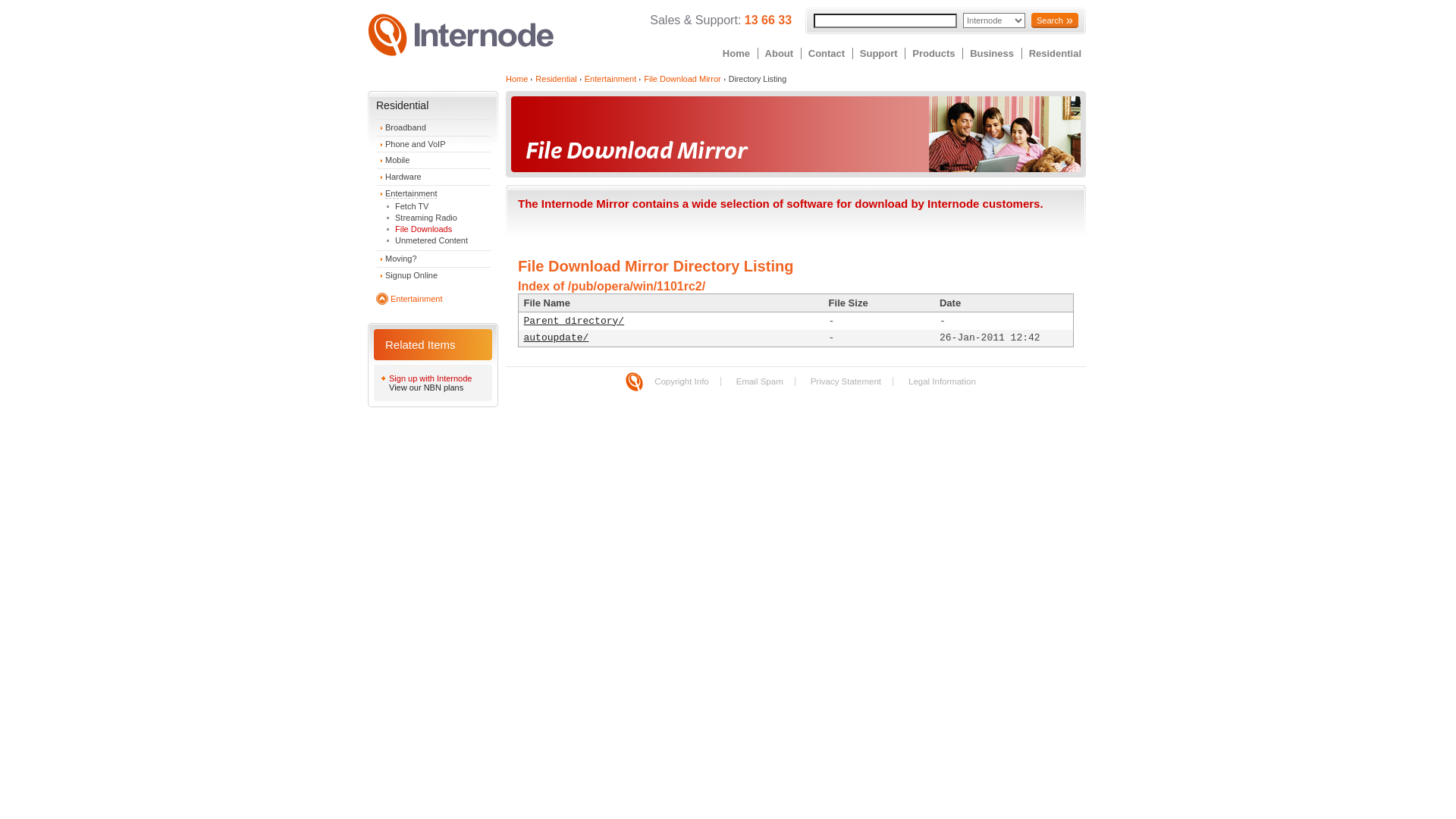 Image resolution: width=1456 pixels, height=819 pixels. What do you see at coordinates (385, 275) in the screenshot?
I see `'Signup Online'` at bounding box center [385, 275].